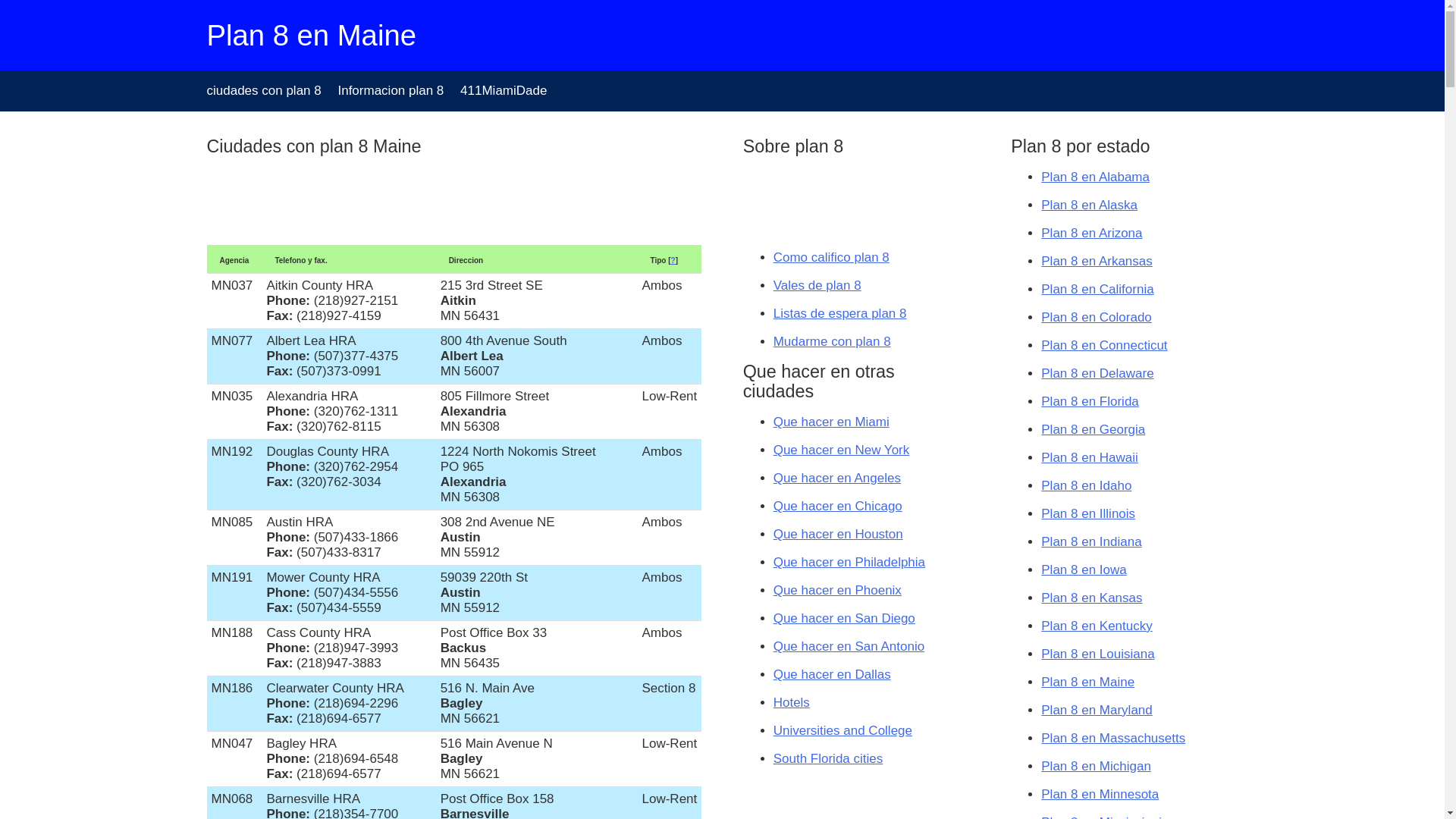 The width and height of the screenshot is (1456, 819). I want to click on 'Hotels', so click(790, 702).